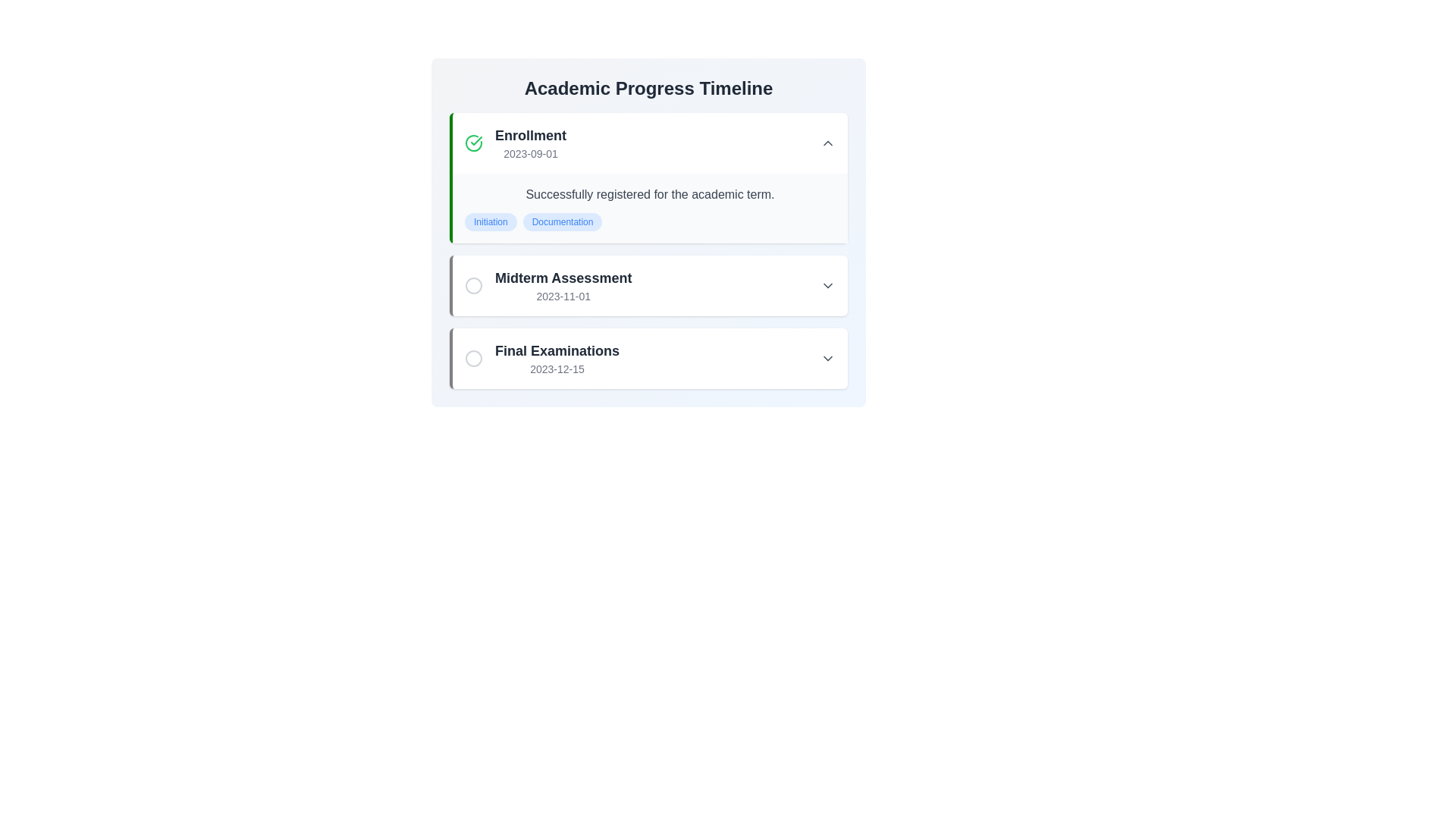 This screenshot has width=1456, height=819. Describe the element at coordinates (556, 369) in the screenshot. I see `the static text displaying the date '2023-12-15' located below the title 'Final Examinations' in the academic progress timeline` at that location.